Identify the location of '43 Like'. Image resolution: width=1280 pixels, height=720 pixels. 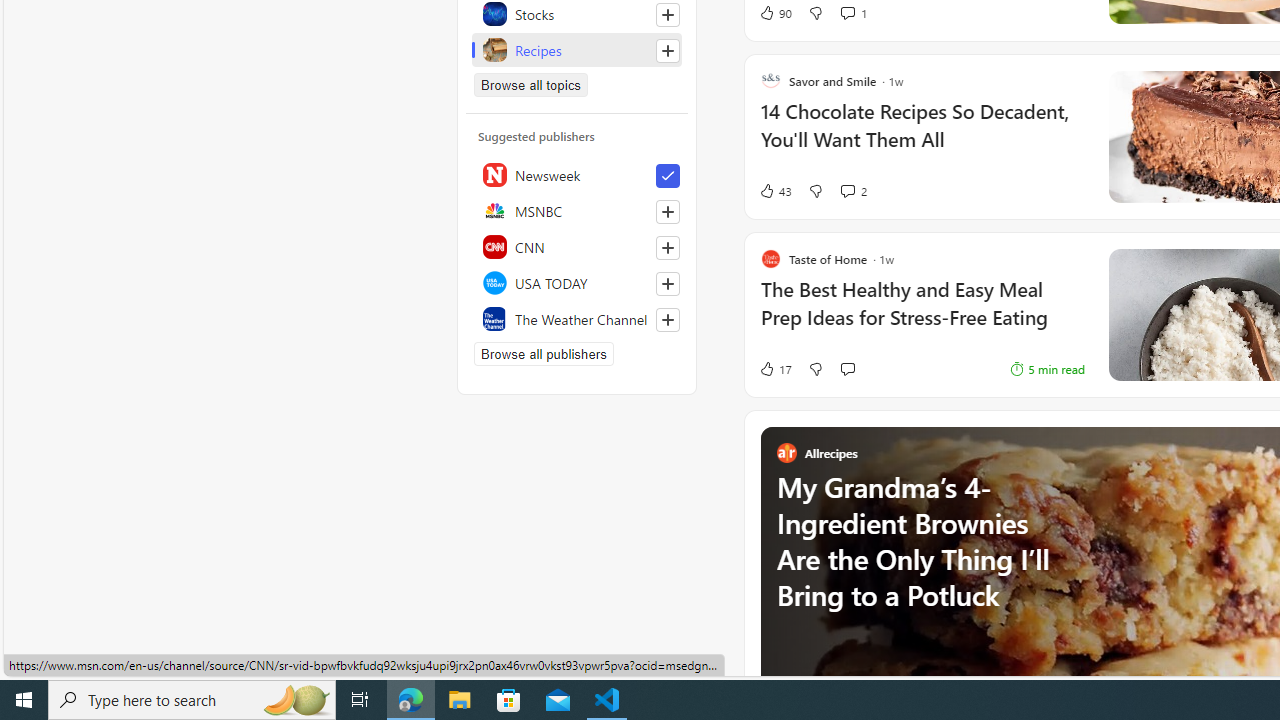
(774, 191).